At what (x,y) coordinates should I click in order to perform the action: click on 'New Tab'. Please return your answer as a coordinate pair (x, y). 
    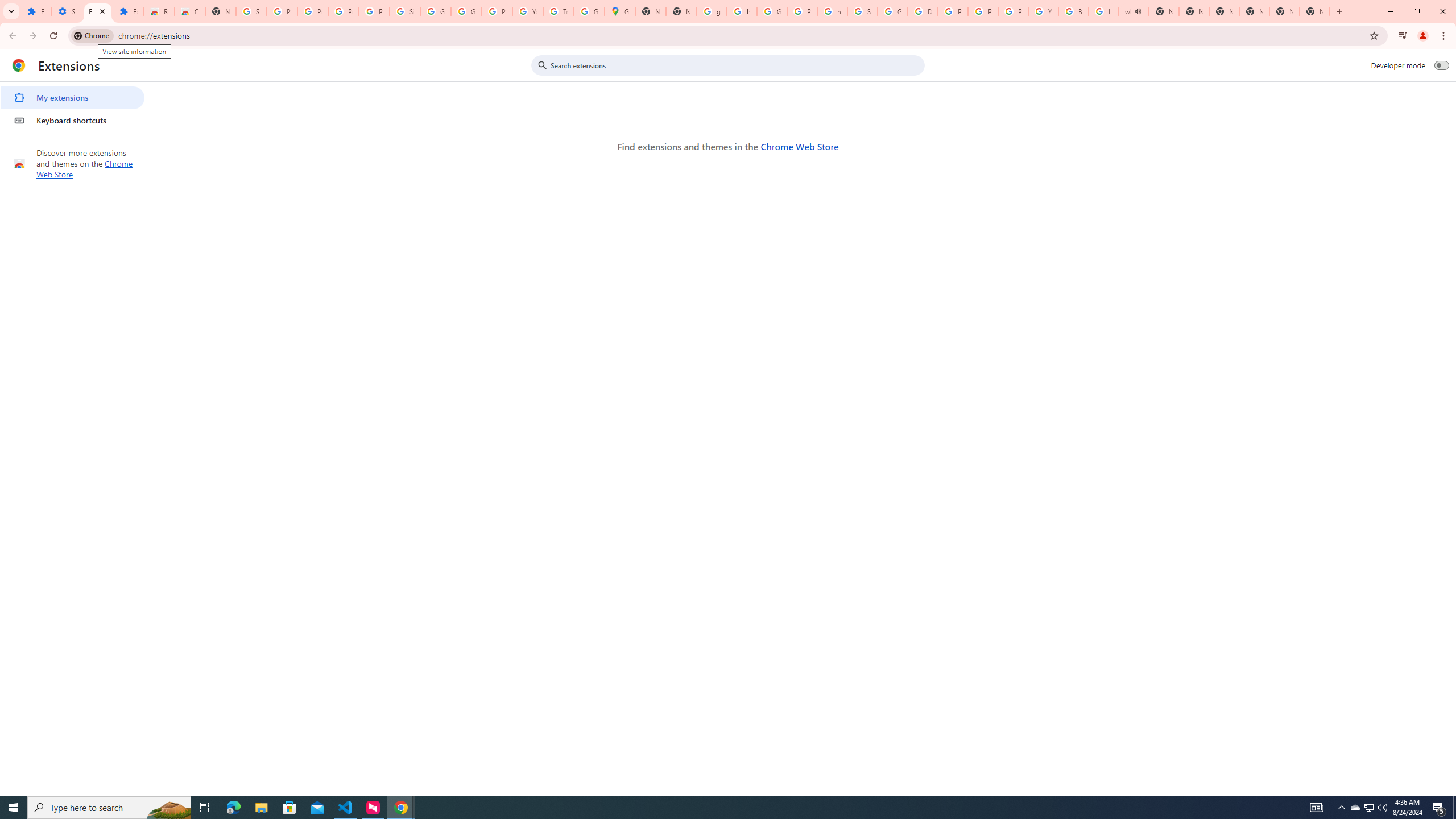
    Looking at the image, I should click on (1314, 11).